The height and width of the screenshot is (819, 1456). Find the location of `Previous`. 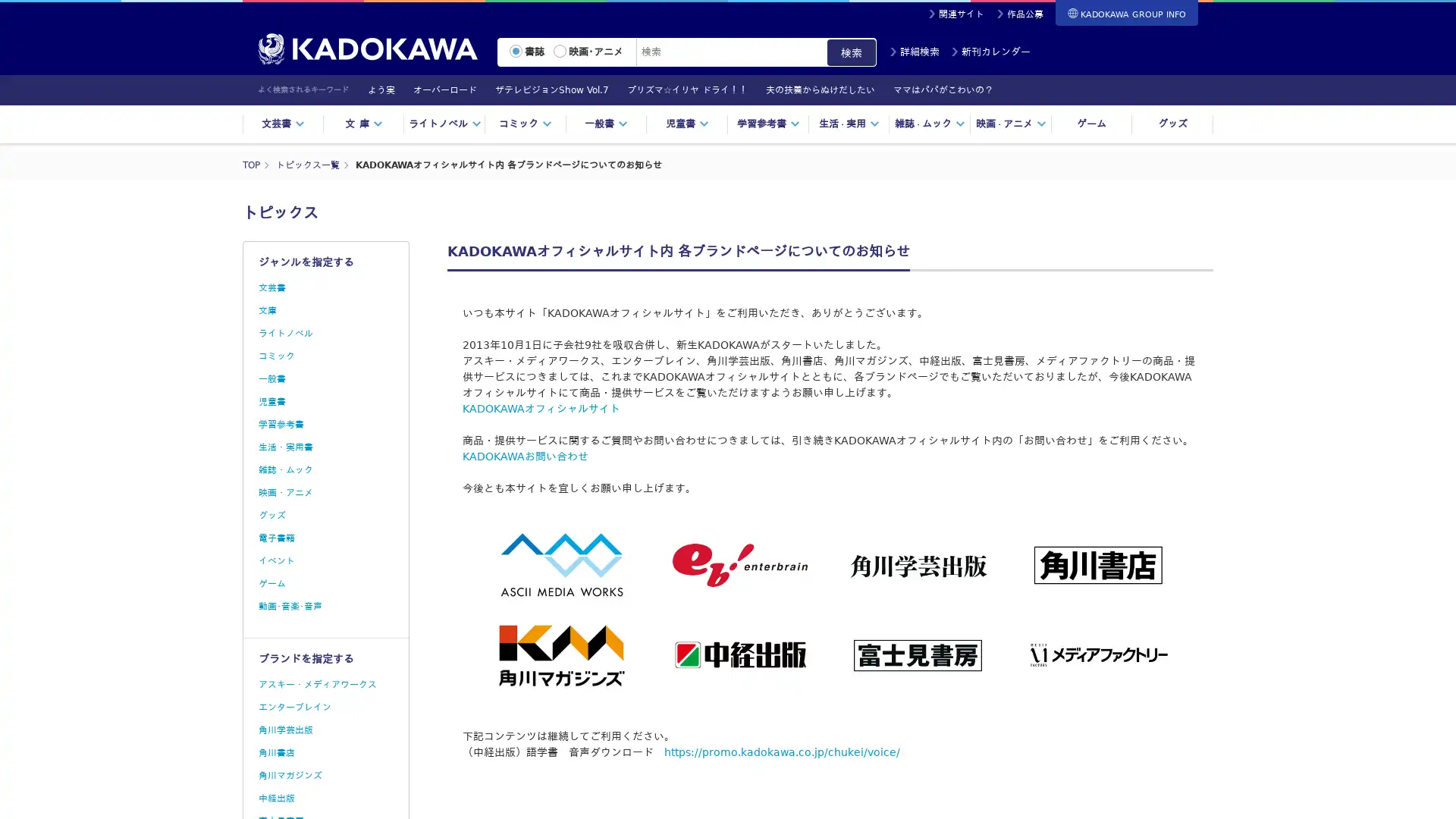

Previous is located at coordinates (346, 90).